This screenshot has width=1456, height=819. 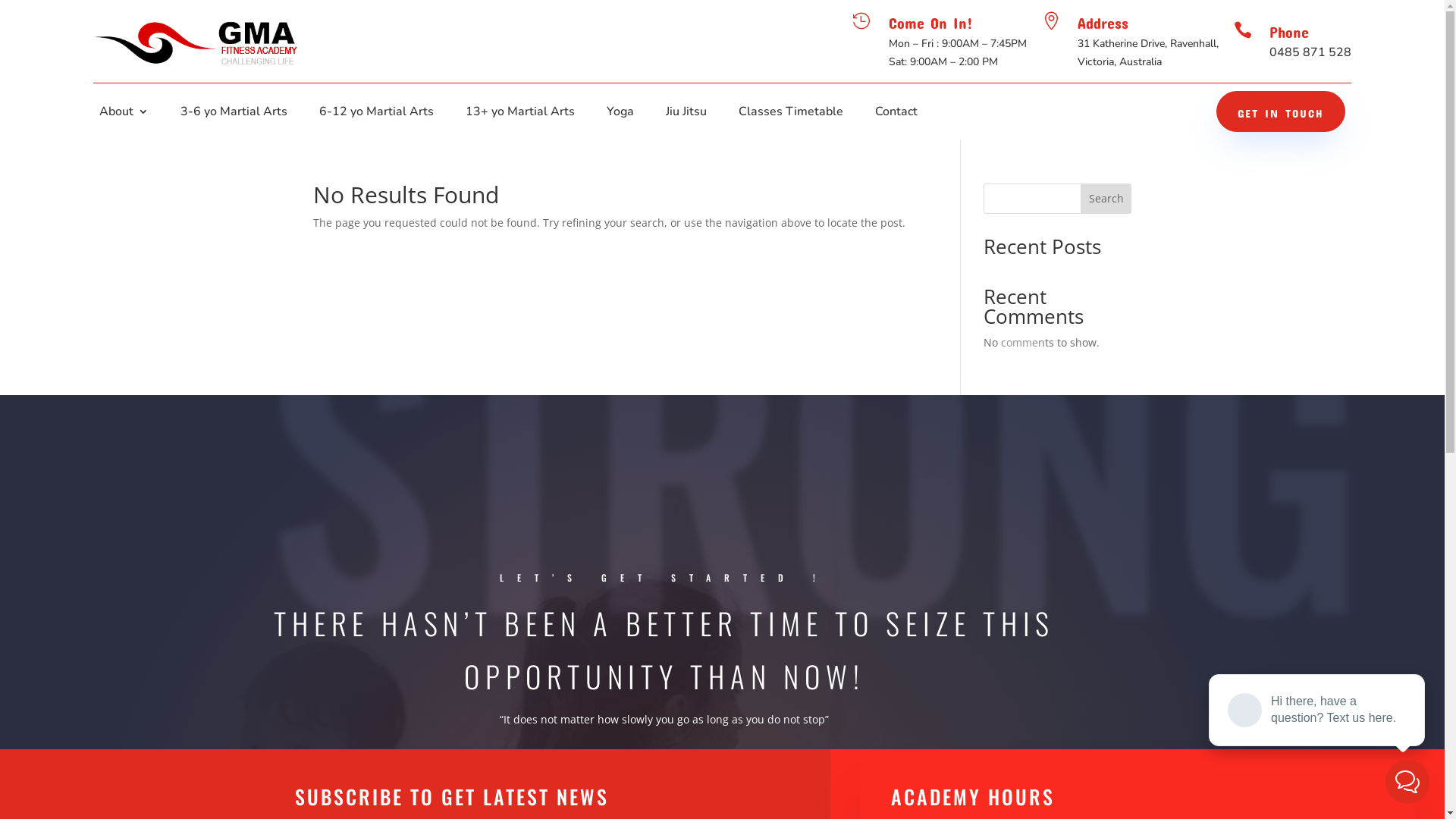 What do you see at coordinates (1080, 198) in the screenshot?
I see `'Search'` at bounding box center [1080, 198].